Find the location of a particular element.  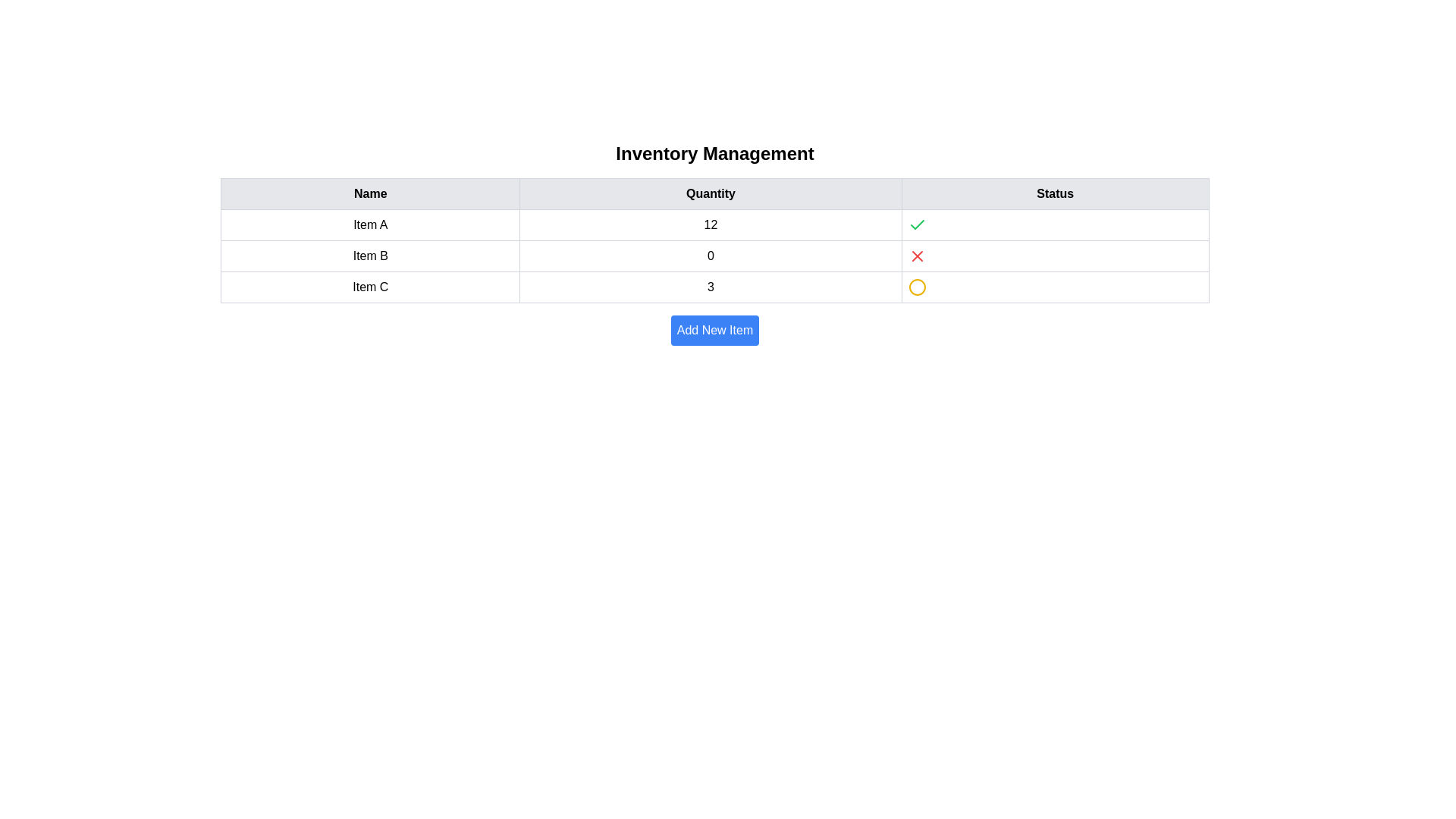

the status indicator icon in the second row of the table, located under the 'Status' column next to 'Item B' and '0' is located at coordinates (916, 256).